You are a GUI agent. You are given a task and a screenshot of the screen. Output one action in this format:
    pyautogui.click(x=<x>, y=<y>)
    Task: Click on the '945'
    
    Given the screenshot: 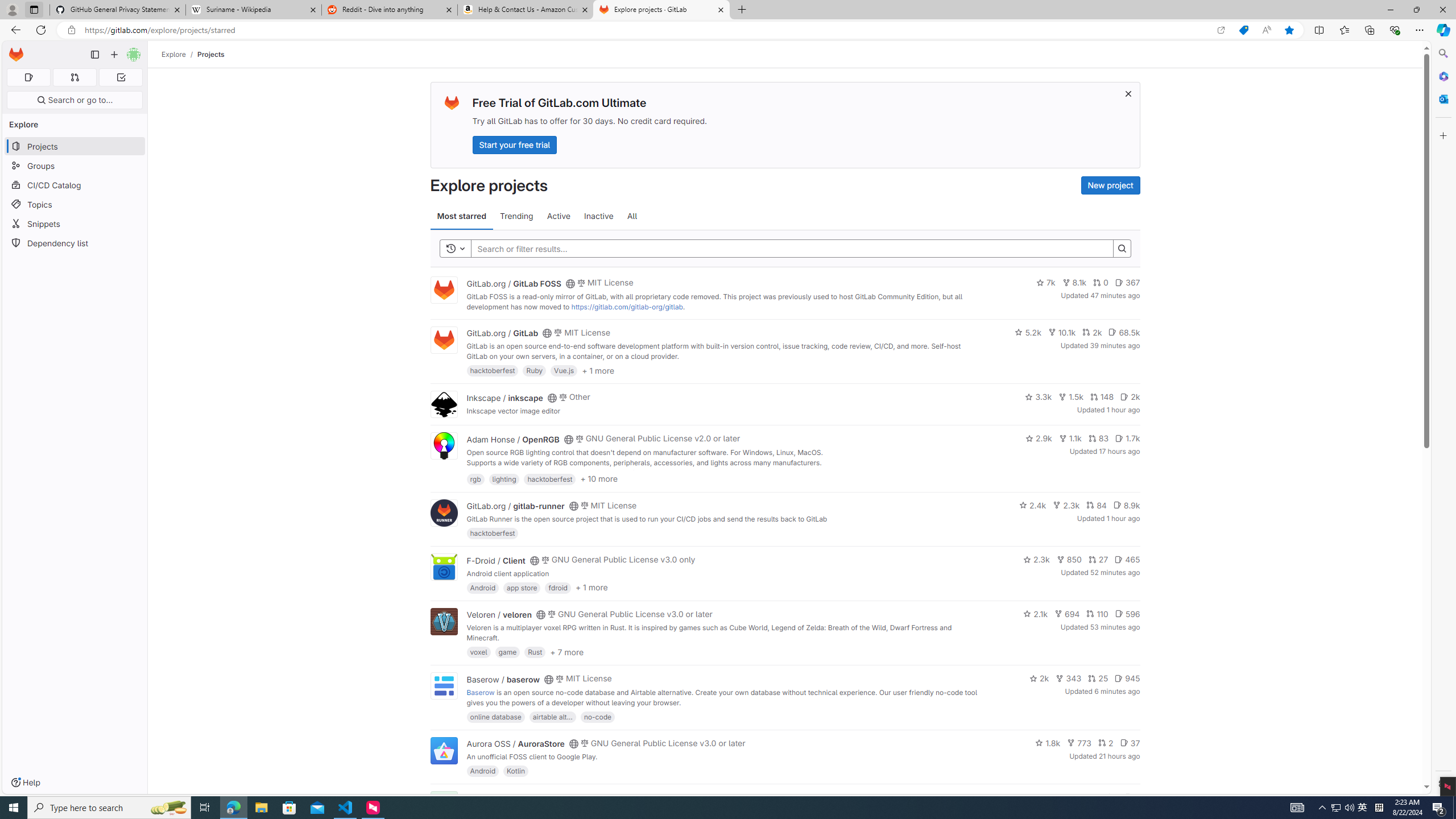 What is the action you would take?
    pyautogui.click(x=1127, y=678)
    